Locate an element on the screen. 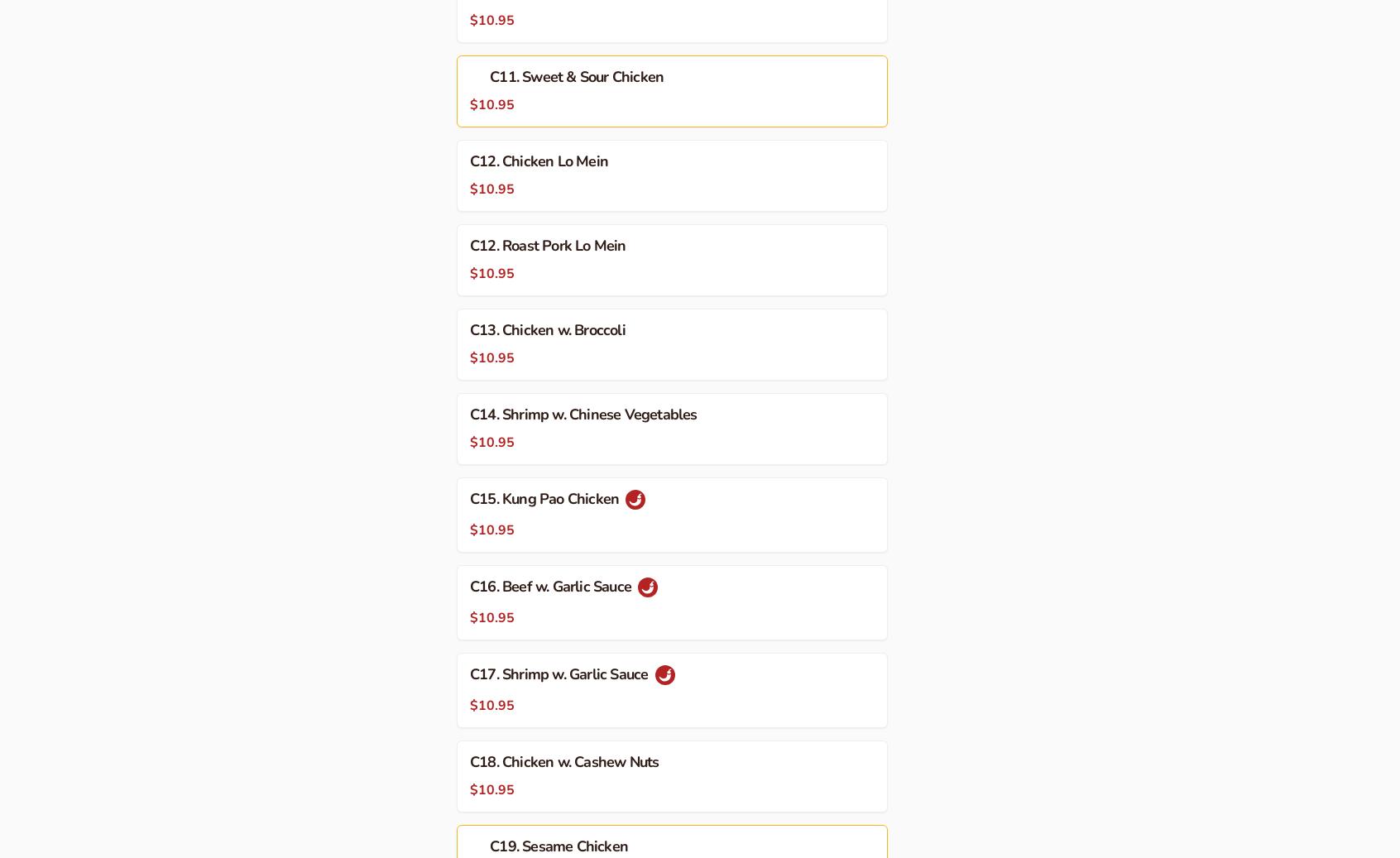  'C11. Sweet & Sour Chicken' is located at coordinates (576, 74).